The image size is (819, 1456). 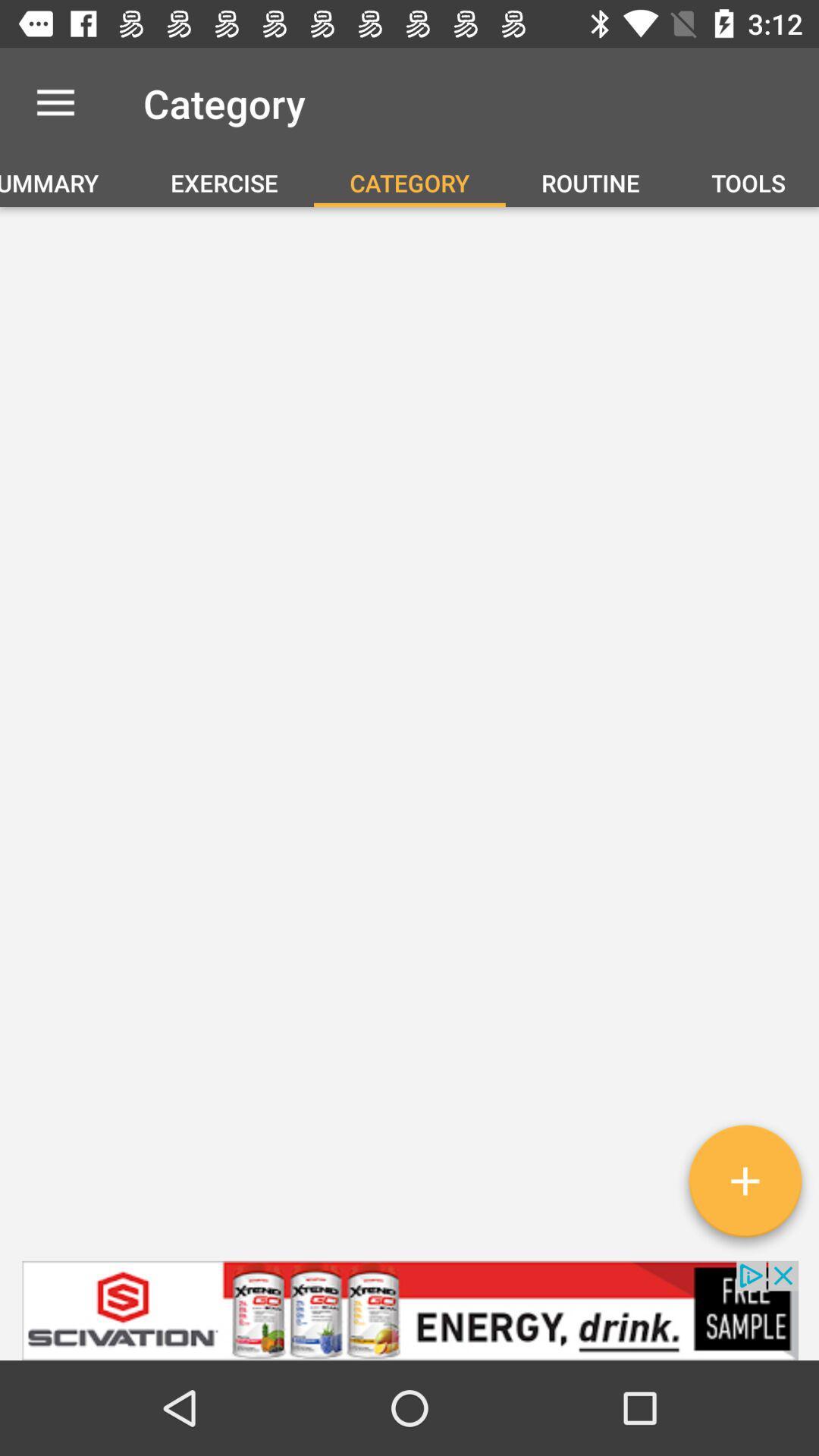 I want to click on the add icon, so click(x=744, y=1186).